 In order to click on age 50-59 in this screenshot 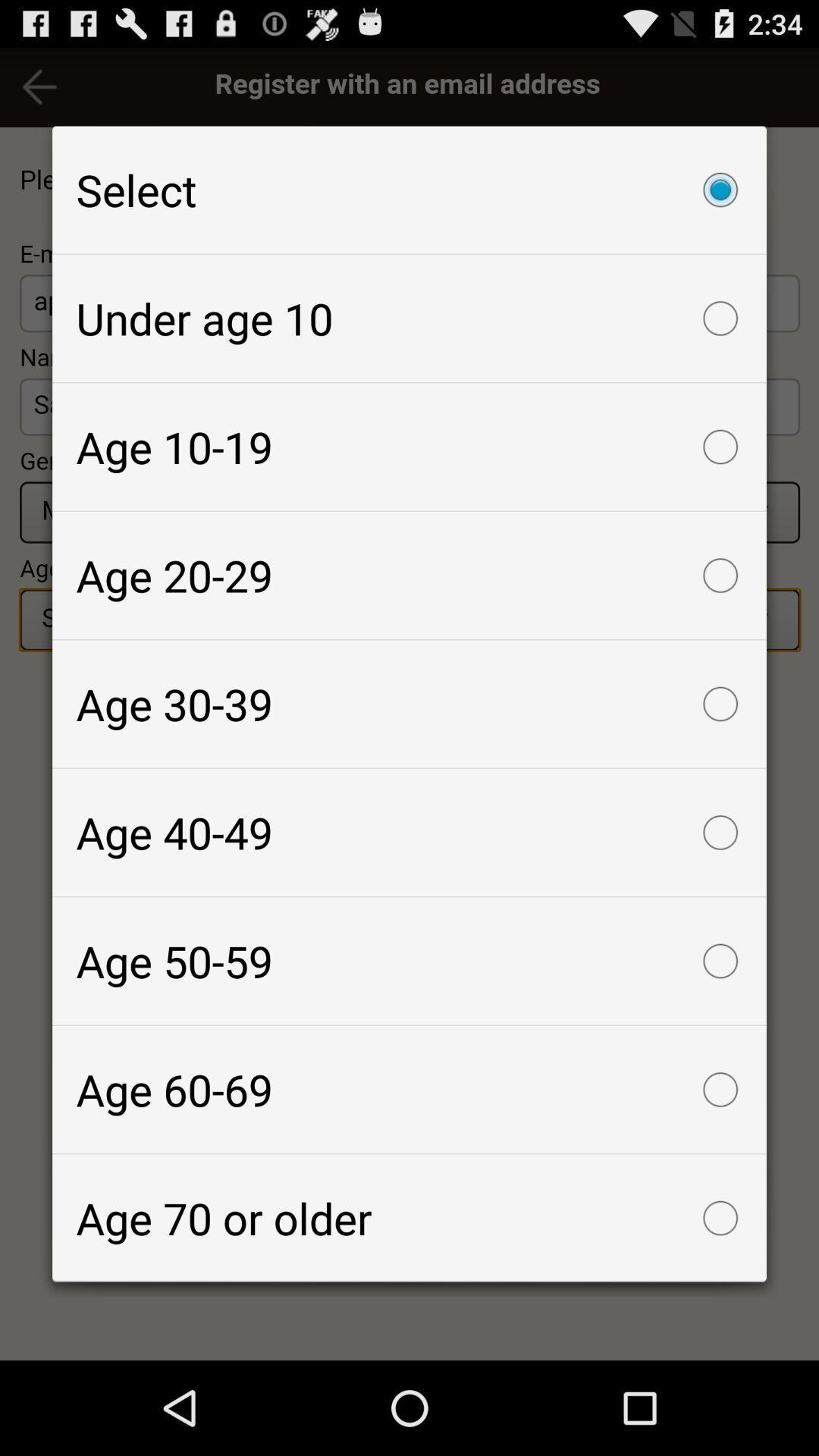, I will do `click(409, 960)`.